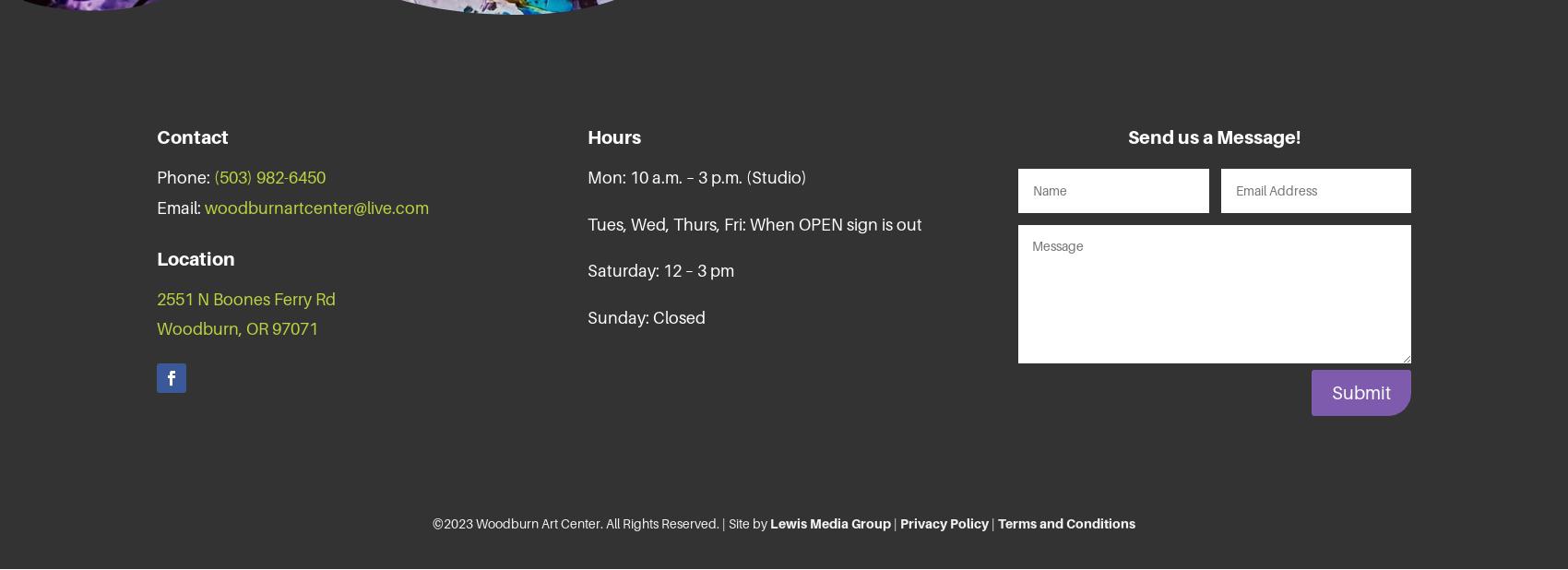 The width and height of the screenshot is (1568, 570). What do you see at coordinates (214, 177) in the screenshot?
I see `'(503) 982-6450'` at bounding box center [214, 177].